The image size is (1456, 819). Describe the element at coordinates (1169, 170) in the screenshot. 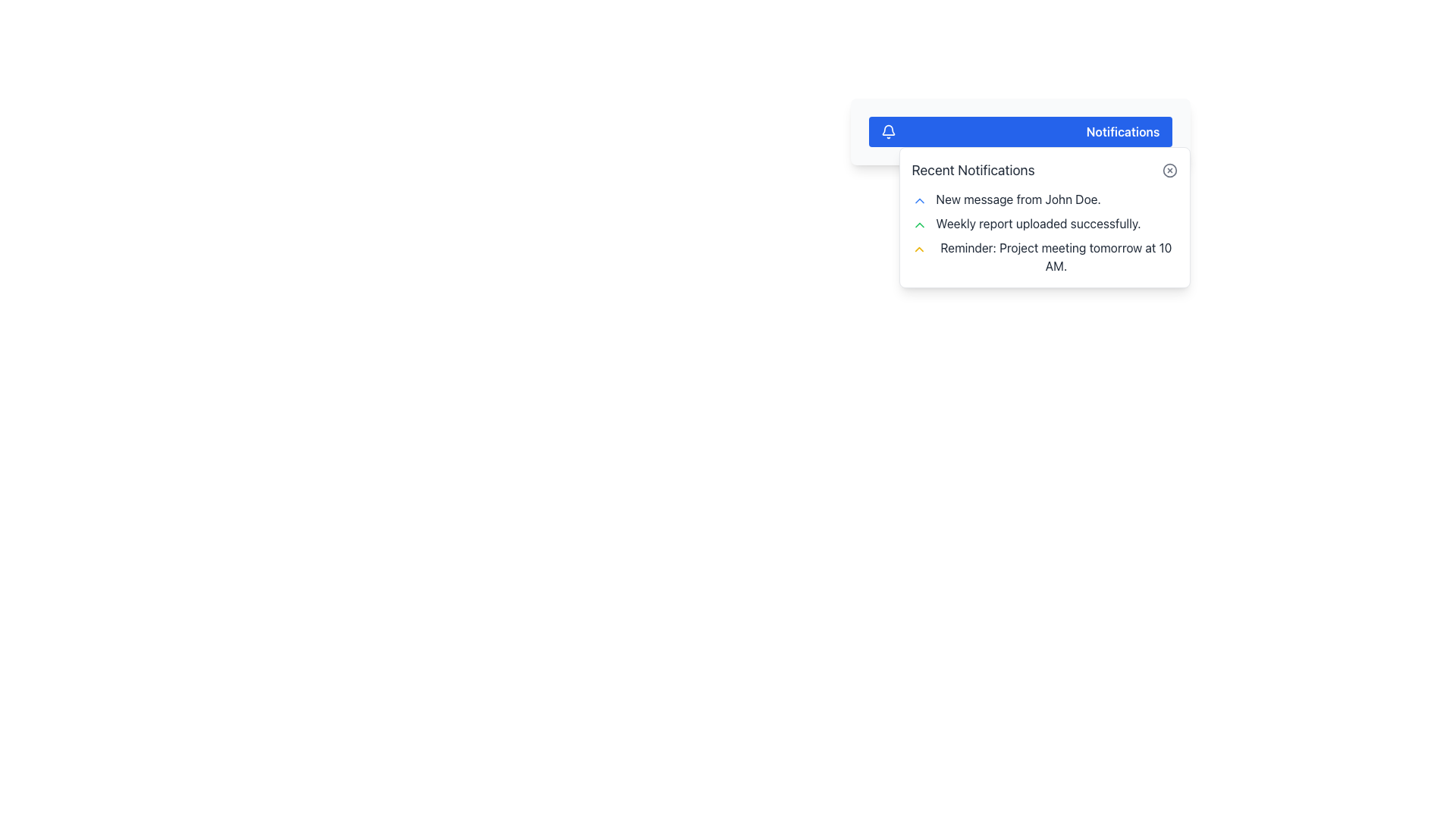

I see `the gray close button with a red hover effect, which features a circular border and a cross shape, located in the top-right corner of the 'Recent Notifications' section` at that location.